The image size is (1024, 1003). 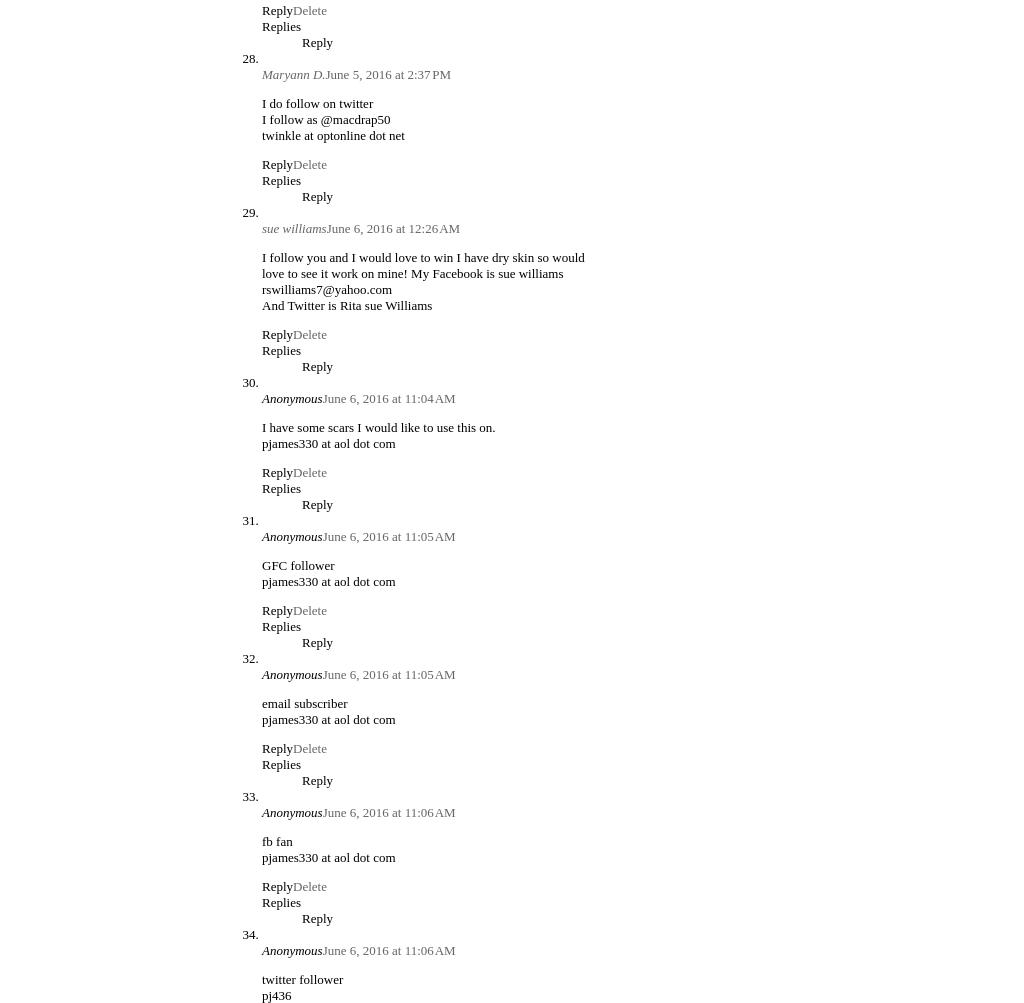 I want to click on 'June 6, 2016 at 11:04 AM', so click(x=387, y=396).